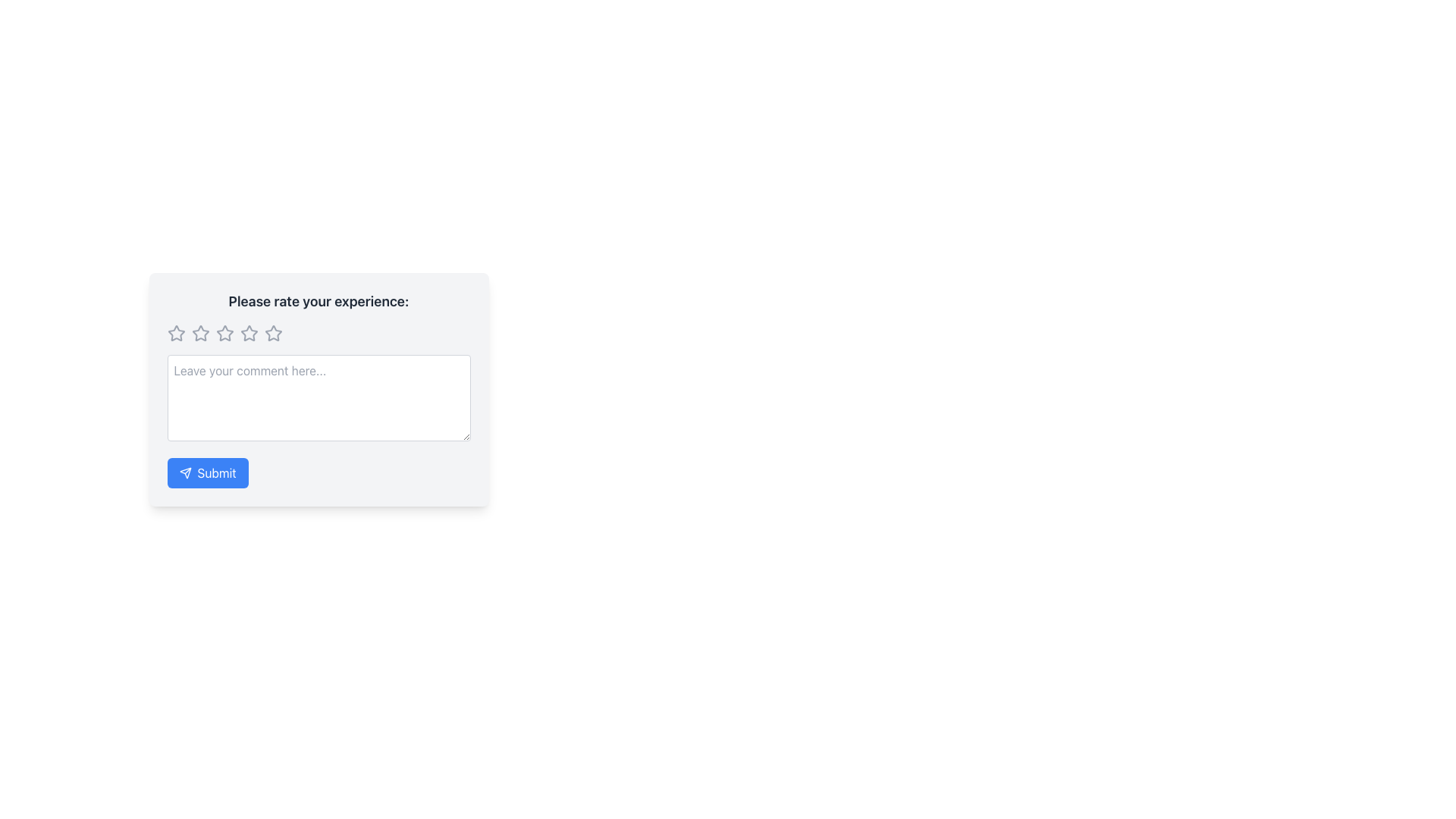 Image resolution: width=1456 pixels, height=819 pixels. What do you see at coordinates (199, 332) in the screenshot?
I see `the second star-shaped icon in the rating panel` at bounding box center [199, 332].